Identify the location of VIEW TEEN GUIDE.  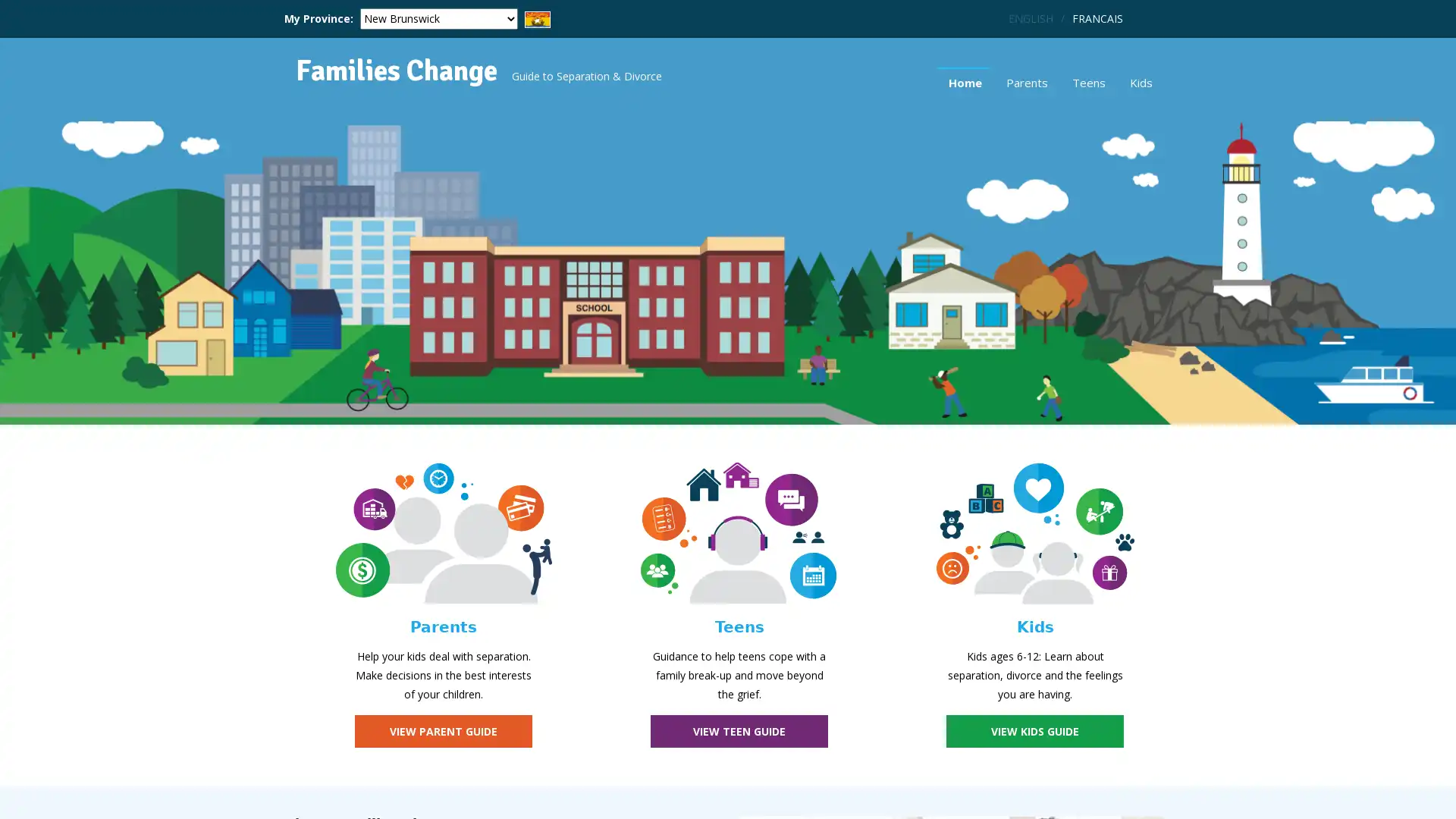
(739, 730).